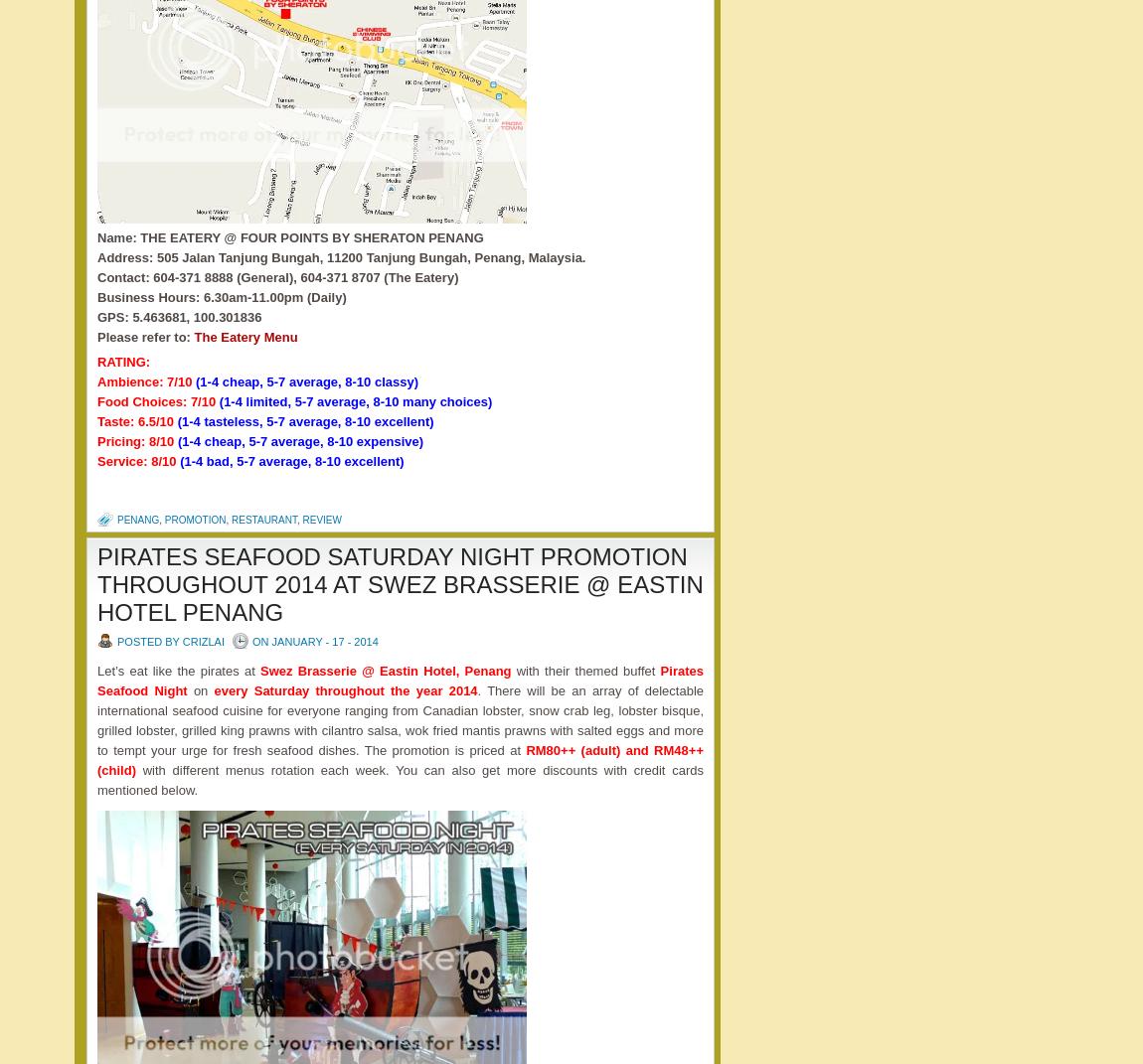 This screenshot has width=1143, height=1064. What do you see at coordinates (400, 759) in the screenshot?
I see `'RM80++ (adult) and RM48++ (child)'` at bounding box center [400, 759].